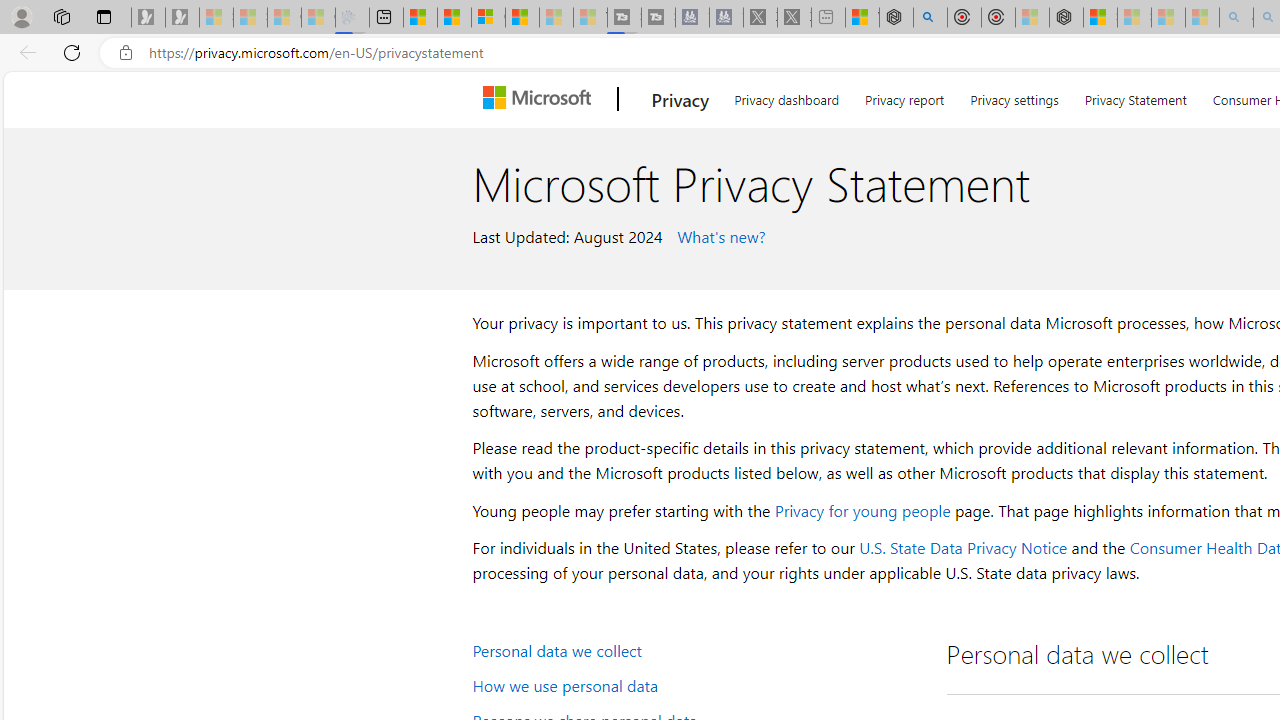 Image resolution: width=1280 pixels, height=720 pixels. Describe the element at coordinates (862, 509) in the screenshot. I see `'Privacy for young people'` at that location.